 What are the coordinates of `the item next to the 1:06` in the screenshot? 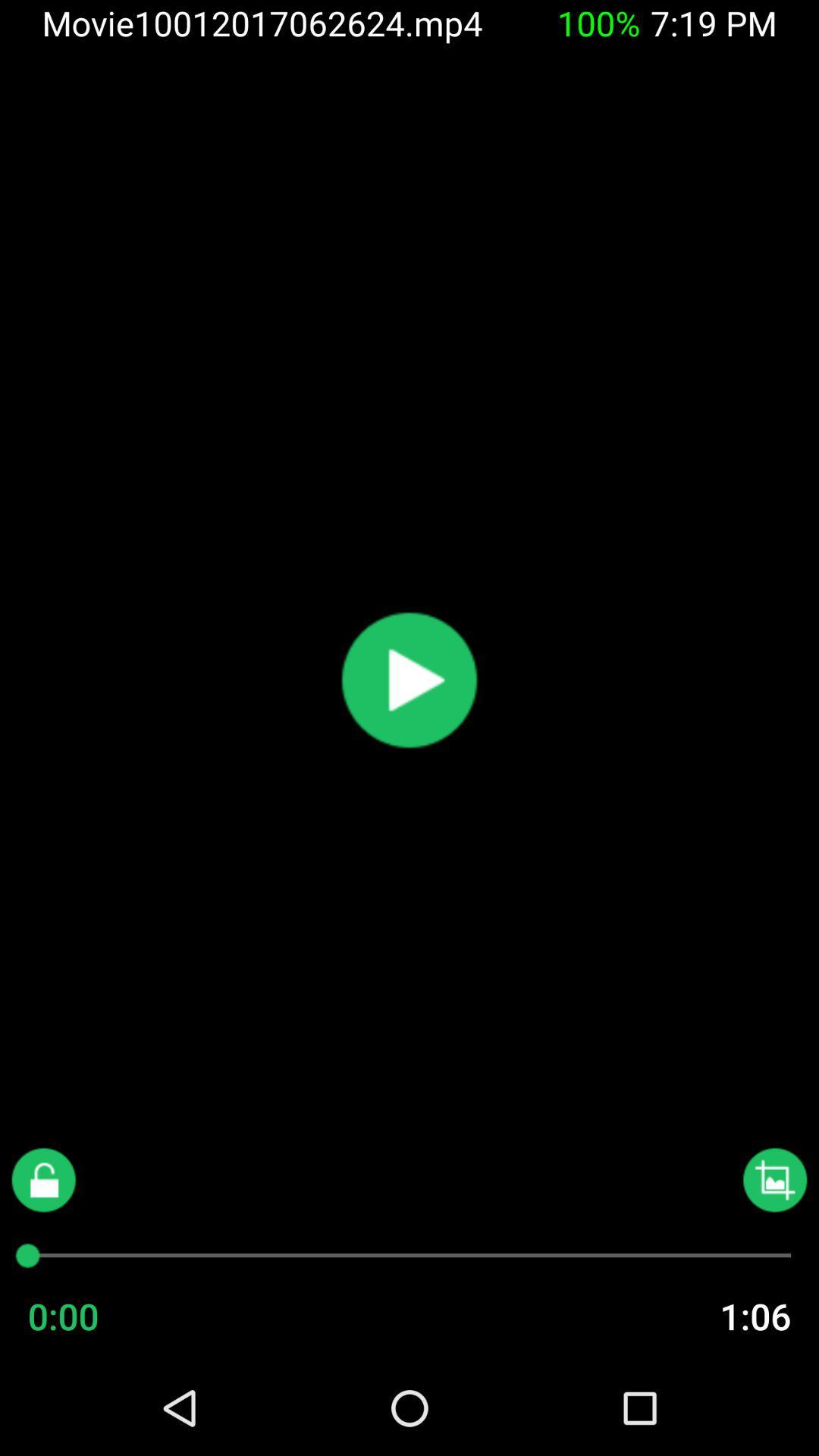 It's located at (93, 1315).